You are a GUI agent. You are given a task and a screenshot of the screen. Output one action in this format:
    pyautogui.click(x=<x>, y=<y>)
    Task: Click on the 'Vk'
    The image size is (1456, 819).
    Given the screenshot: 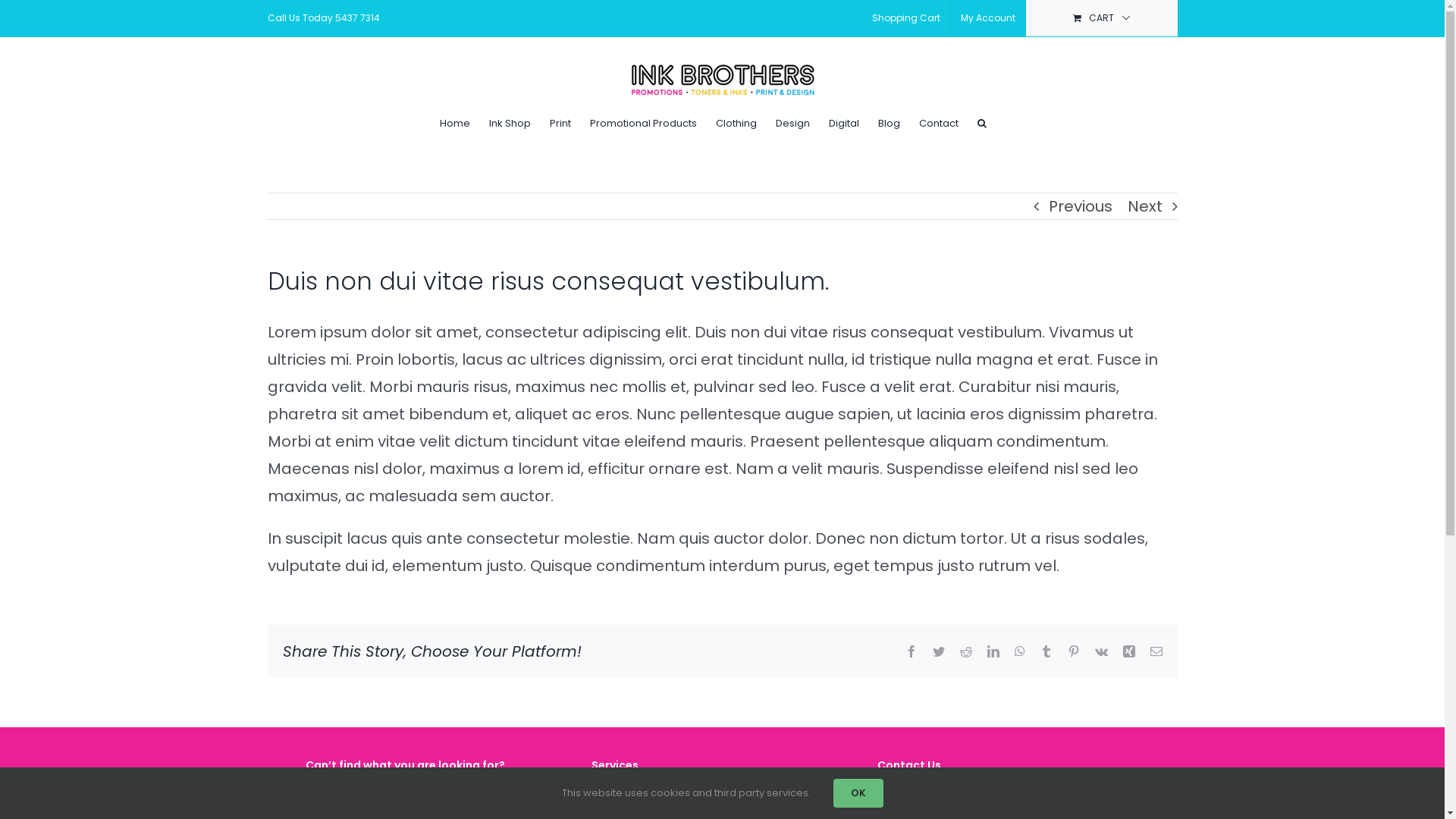 What is the action you would take?
    pyautogui.click(x=1101, y=651)
    